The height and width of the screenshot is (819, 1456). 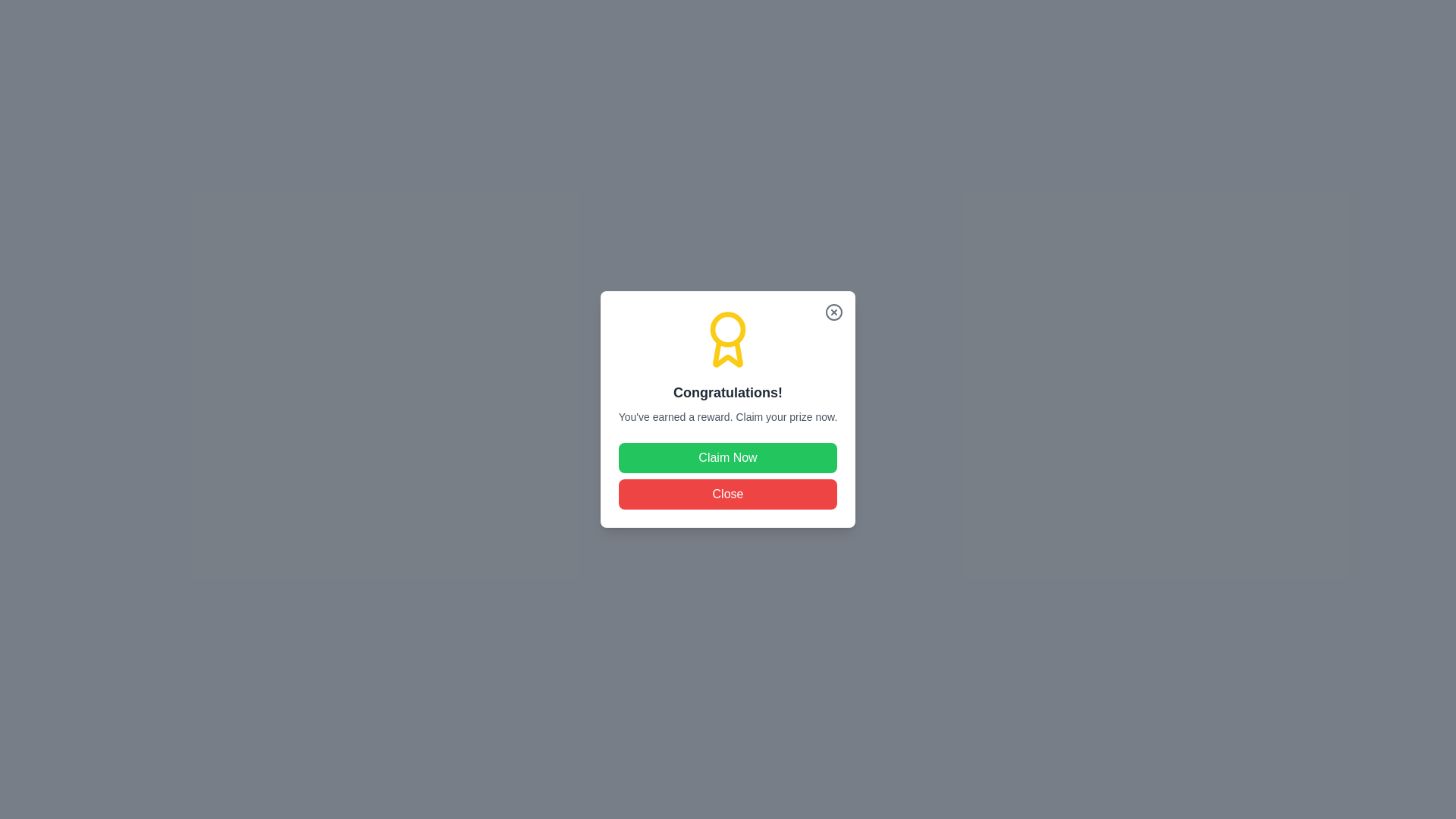 I want to click on the Close button, so click(x=728, y=494).